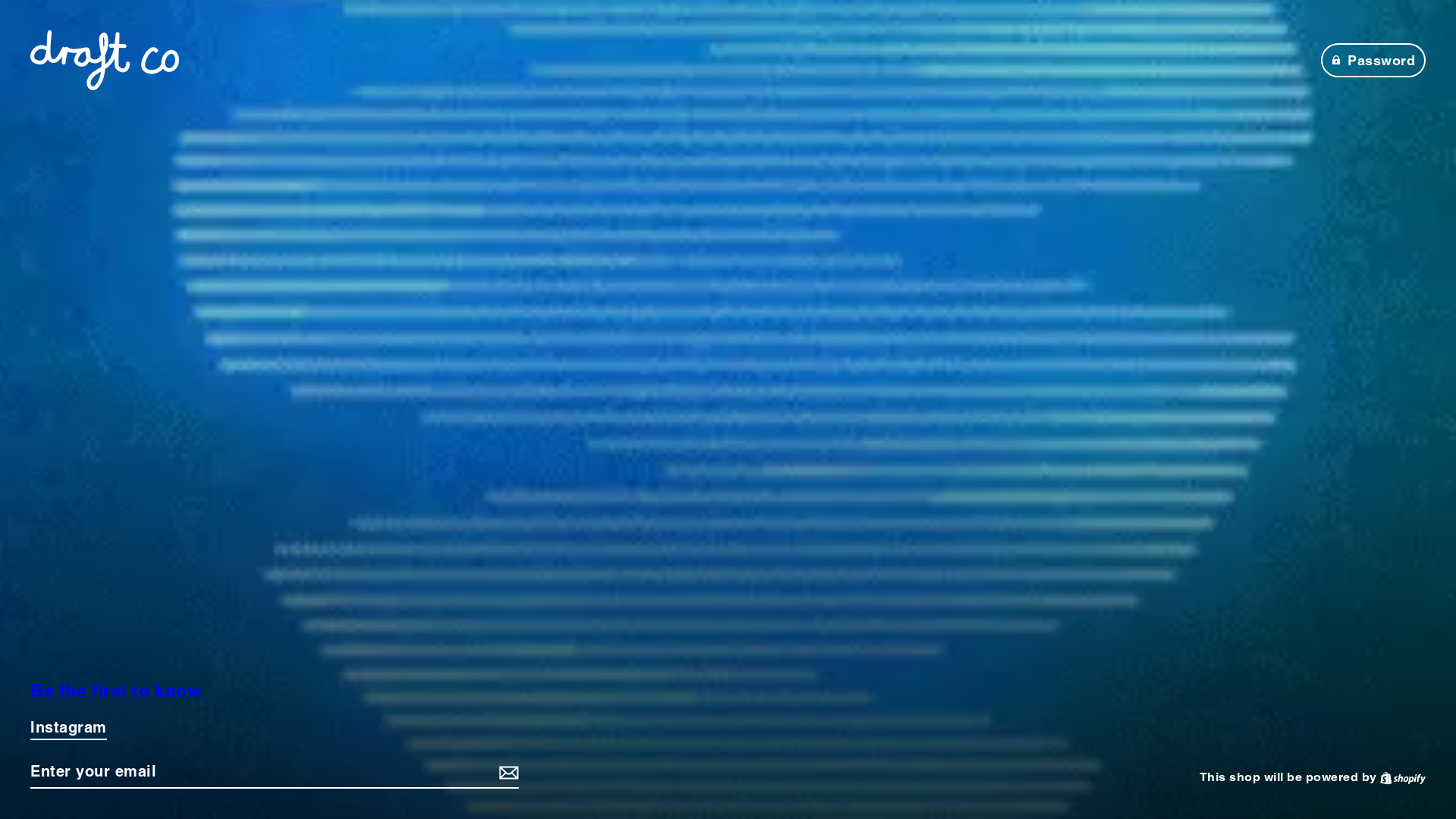  What do you see at coordinates (30, 727) in the screenshot?
I see `'Instagram'` at bounding box center [30, 727].